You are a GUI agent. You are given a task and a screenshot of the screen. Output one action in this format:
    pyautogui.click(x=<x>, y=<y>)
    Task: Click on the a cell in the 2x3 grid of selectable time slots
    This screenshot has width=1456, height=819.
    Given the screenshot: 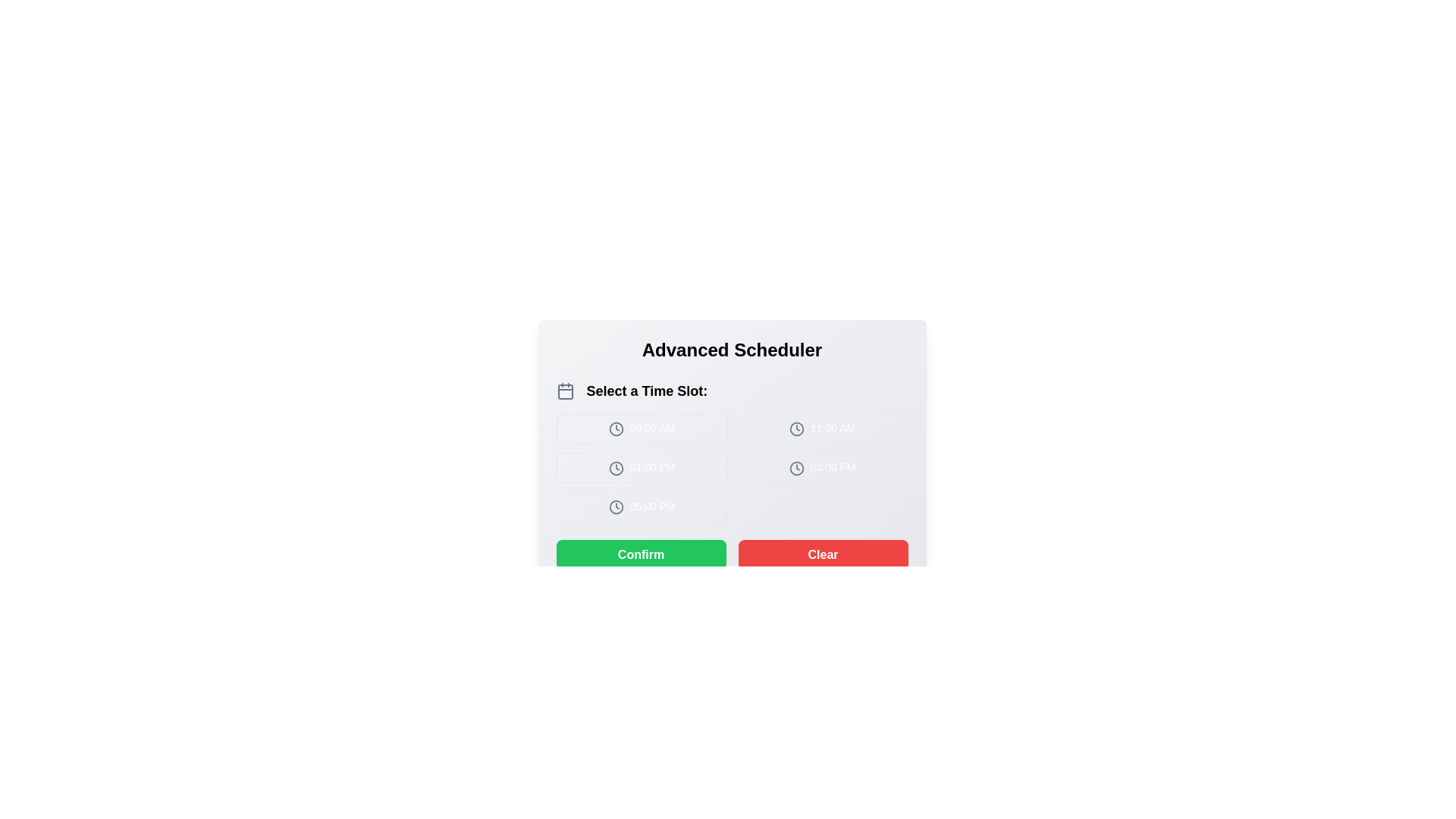 What is the action you would take?
    pyautogui.click(x=732, y=467)
    